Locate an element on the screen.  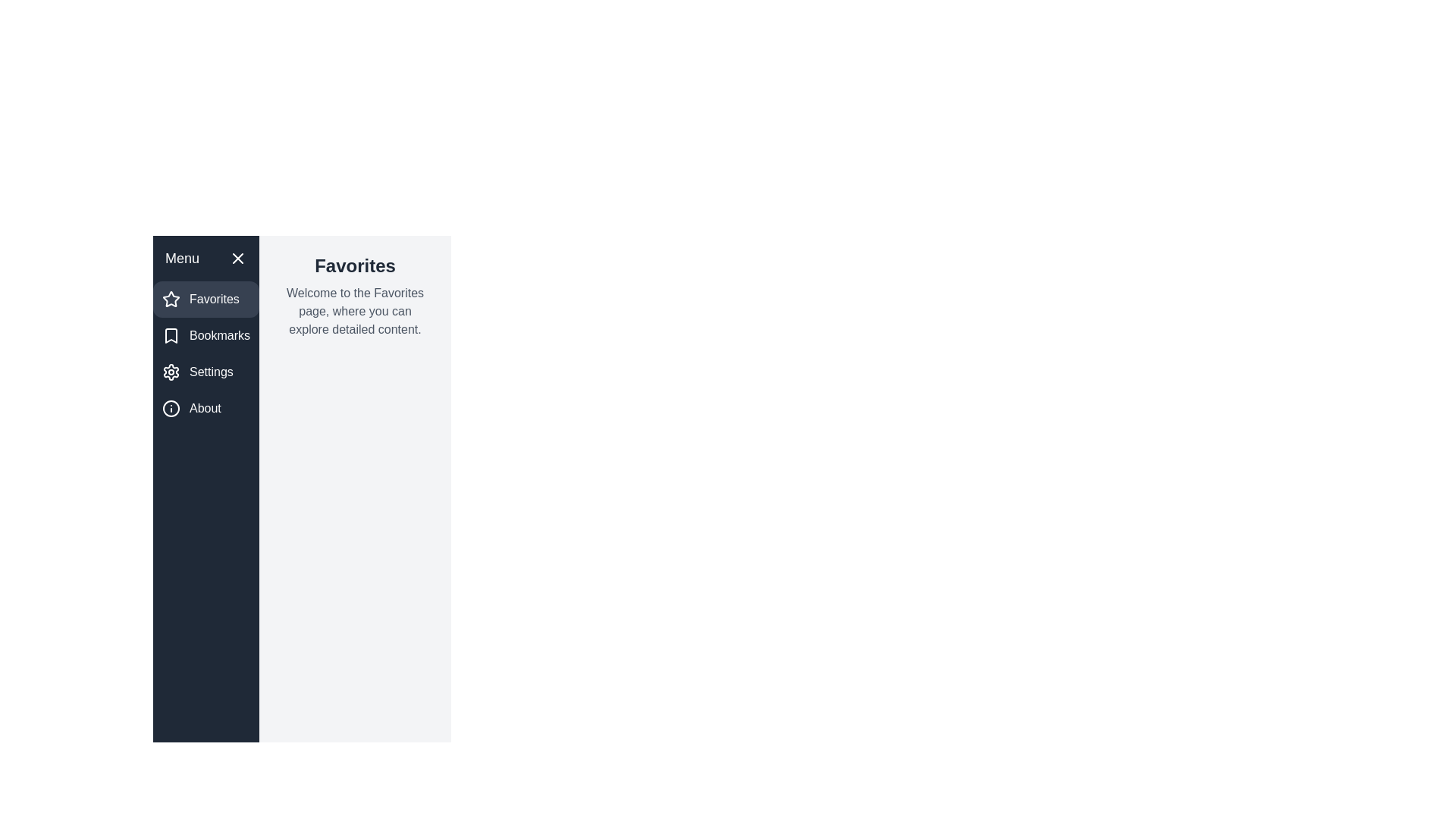
the vertical rectangular bookmark icon located in the navigation menu next to the 'Bookmarks' text is located at coordinates (171, 335).